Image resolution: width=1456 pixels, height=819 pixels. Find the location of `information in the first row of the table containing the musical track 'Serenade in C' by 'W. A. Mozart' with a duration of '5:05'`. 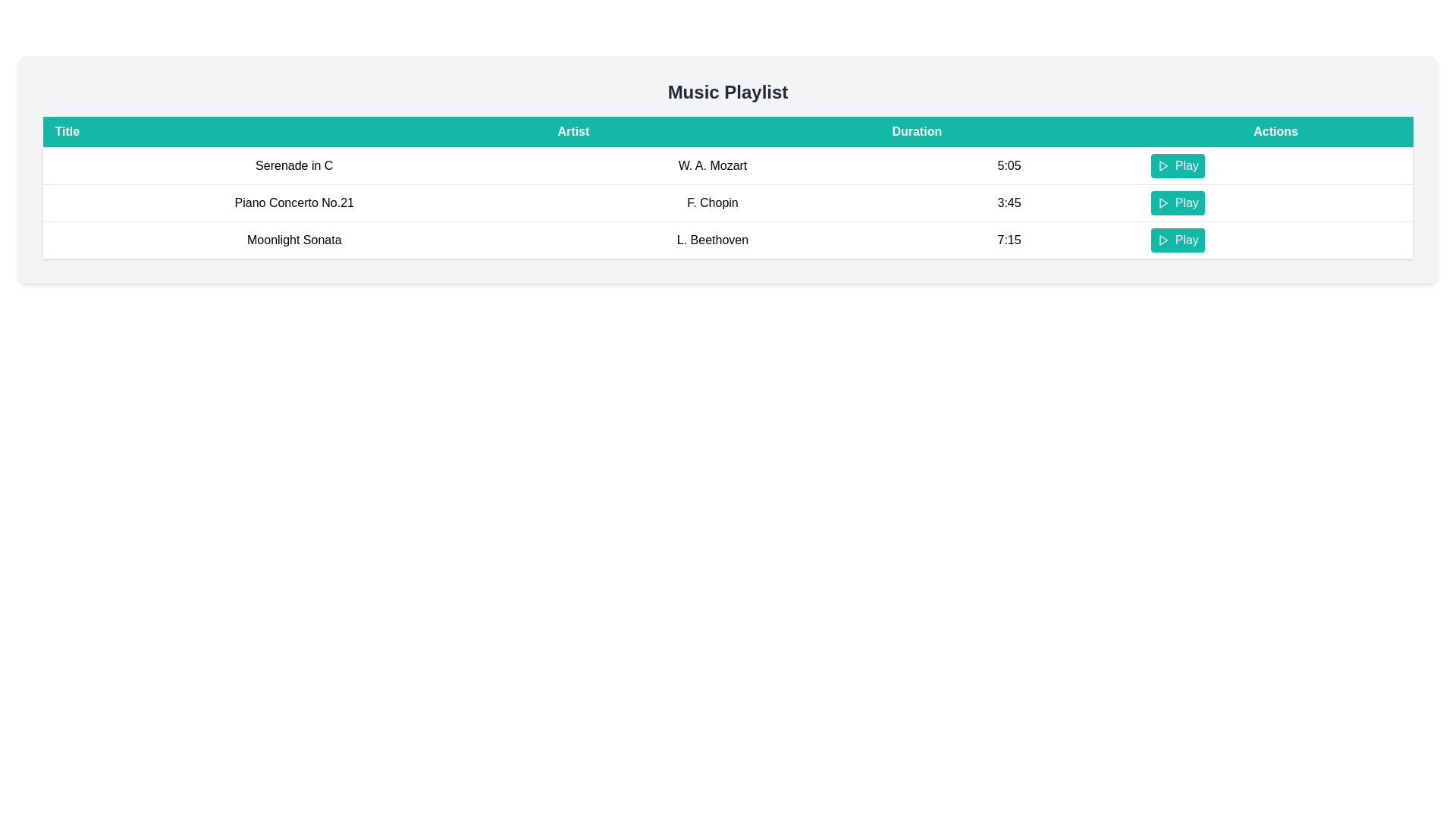

information in the first row of the table containing the musical track 'Serenade in C' by 'W. A. Mozart' with a duration of '5:05' is located at coordinates (728, 166).